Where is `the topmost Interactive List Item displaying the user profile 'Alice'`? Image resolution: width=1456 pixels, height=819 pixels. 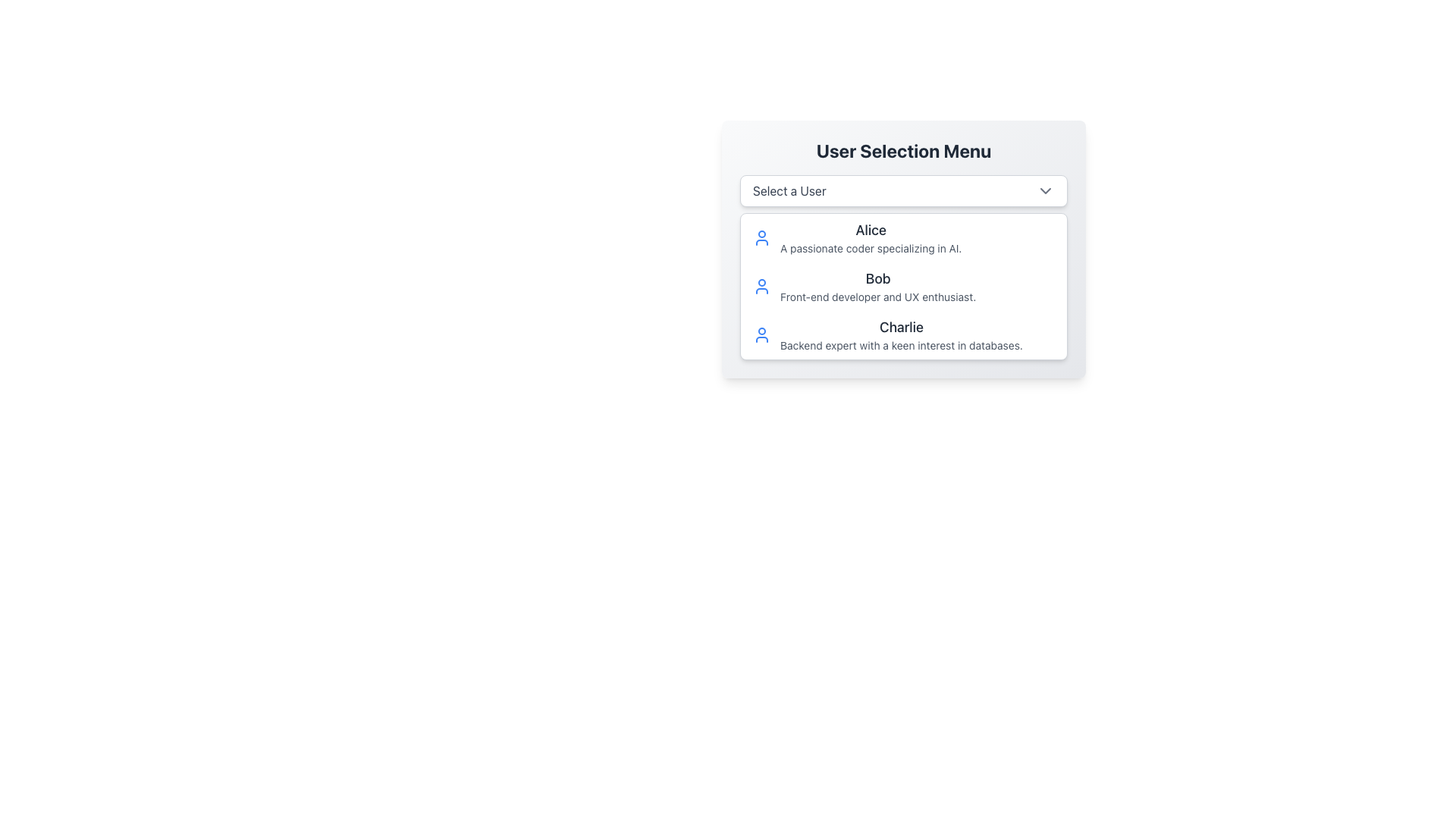
the topmost Interactive List Item displaying the user profile 'Alice' is located at coordinates (903, 237).